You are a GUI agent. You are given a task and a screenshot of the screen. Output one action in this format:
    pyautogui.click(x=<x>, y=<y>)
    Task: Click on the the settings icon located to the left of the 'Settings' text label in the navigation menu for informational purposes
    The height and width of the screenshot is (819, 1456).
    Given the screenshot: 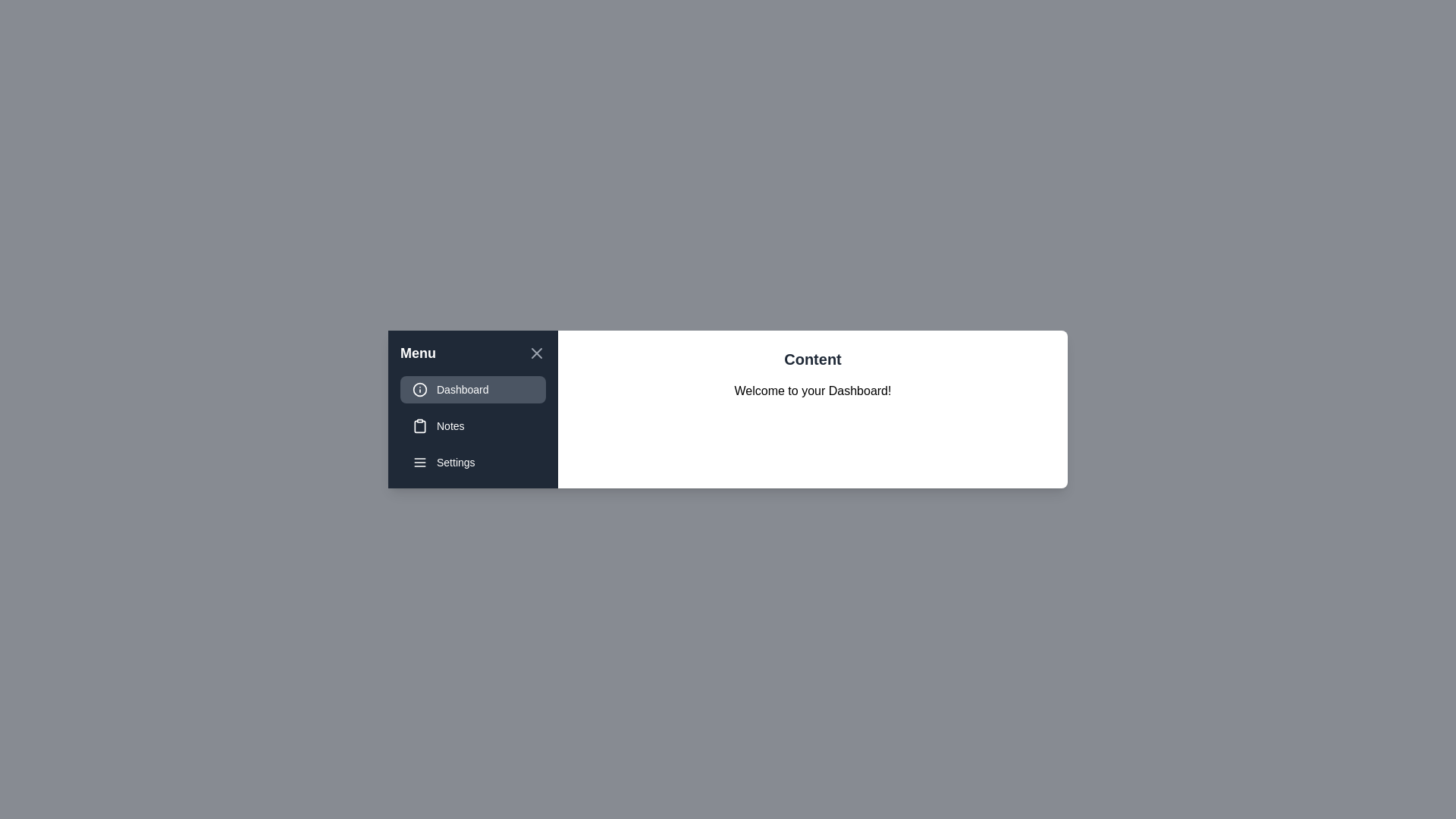 What is the action you would take?
    pyautogui.click(x=419, y=461)
    